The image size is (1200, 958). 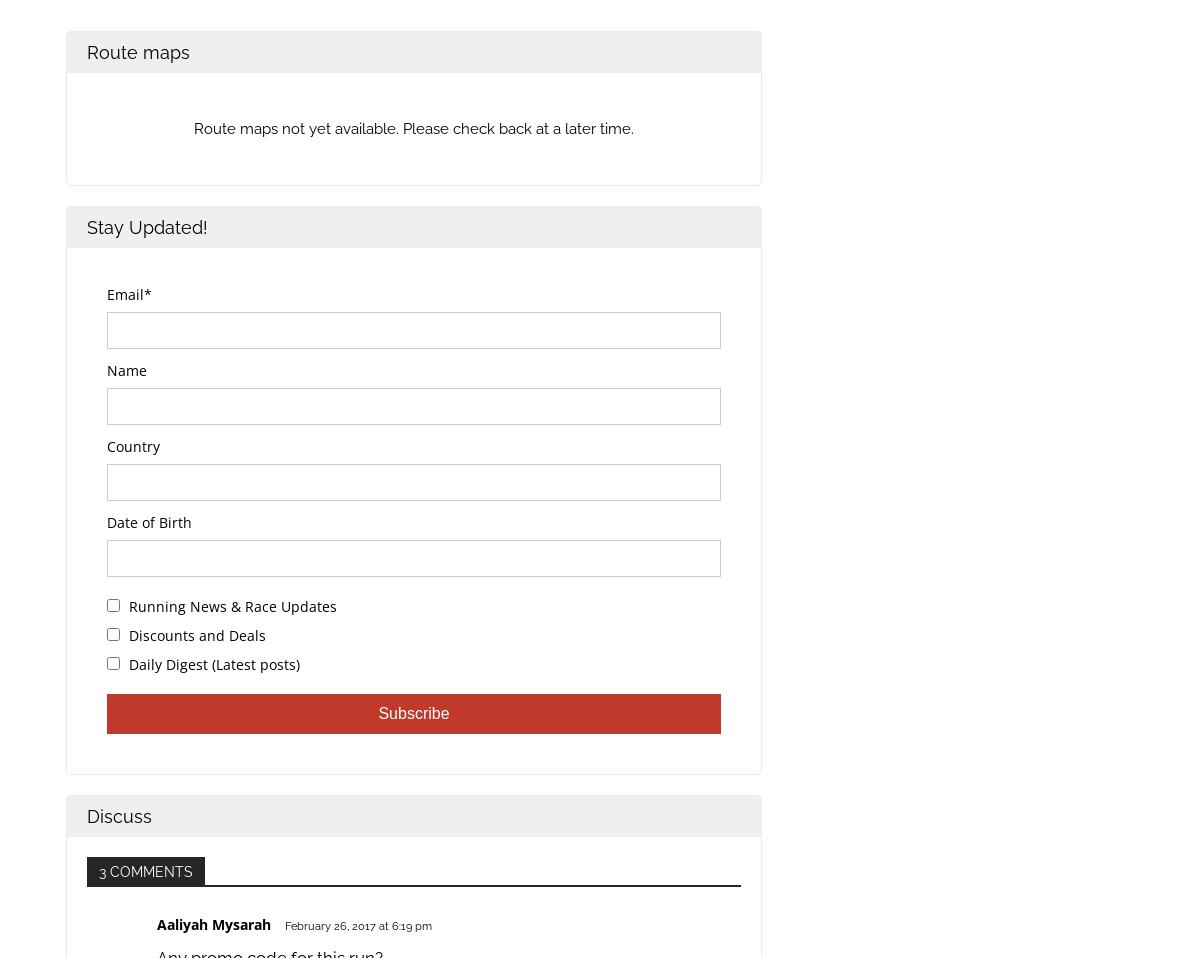 What do you see at coordinates (77, 226) in the screenshot?
I see `'Stay Updated!'` at bounding box center [77, 226].